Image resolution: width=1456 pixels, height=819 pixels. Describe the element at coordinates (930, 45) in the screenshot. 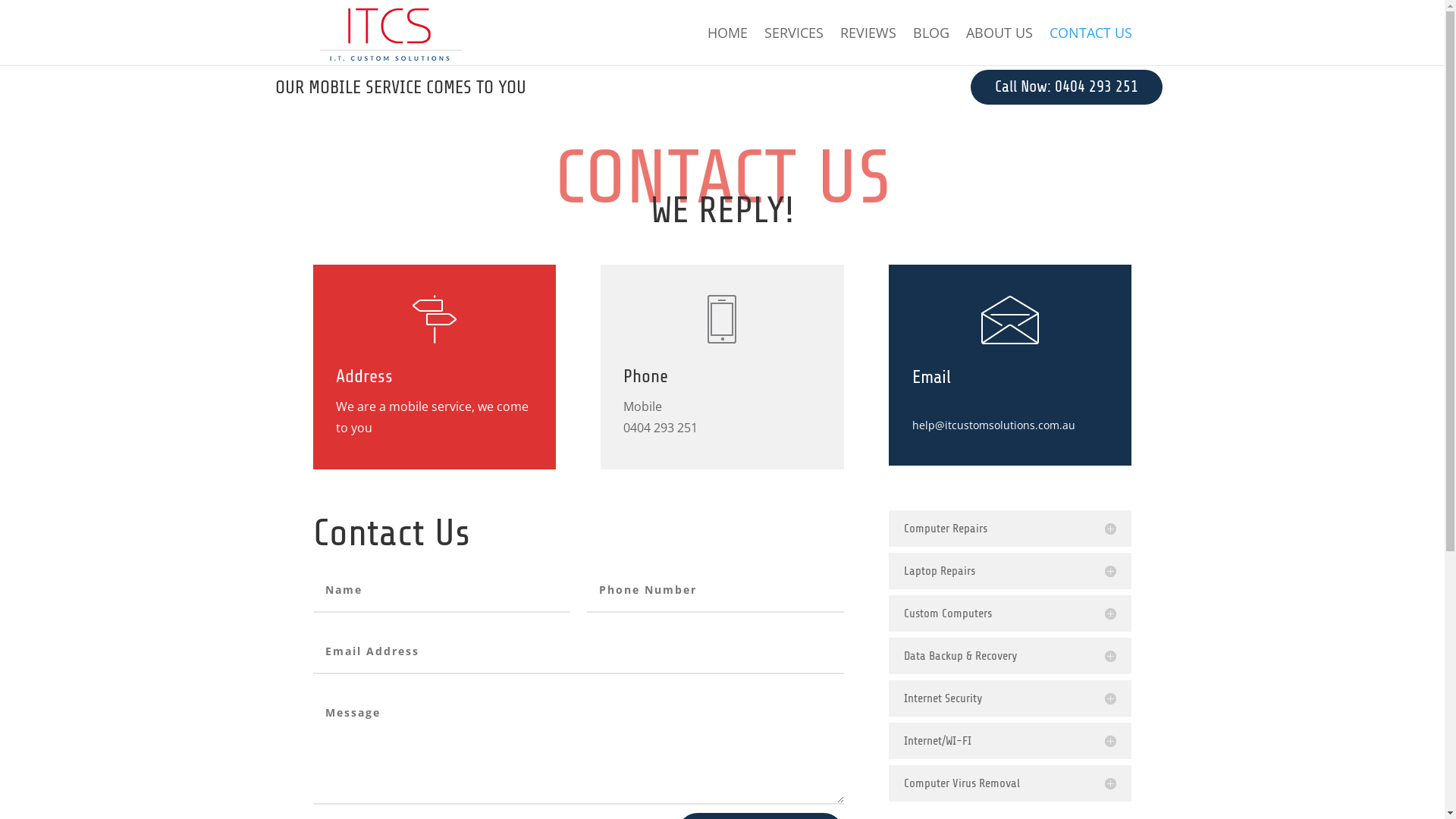

I see `'BLOG'` at that location.